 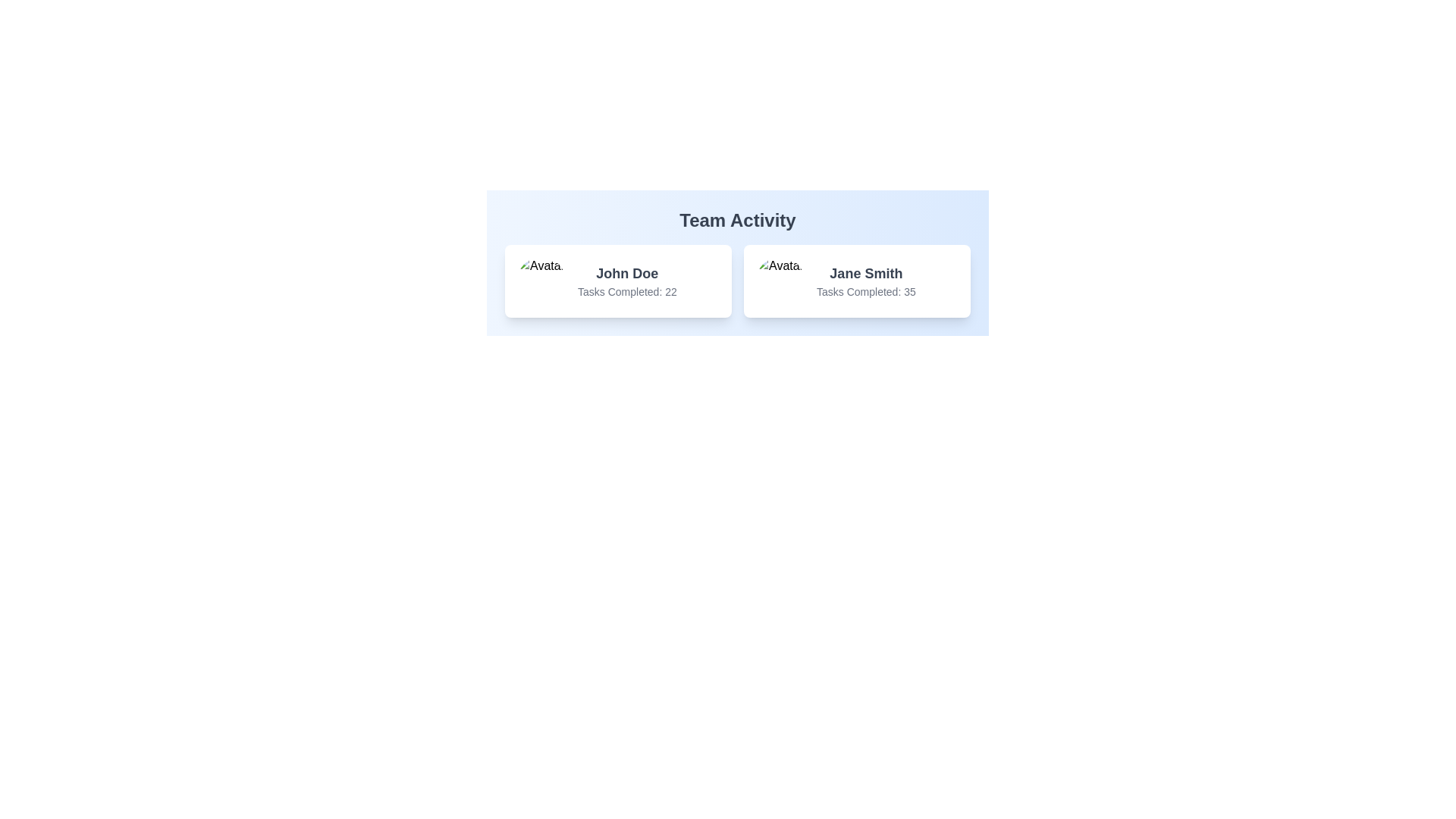 What do you see at coordinates (627, 274) in the screenshot?
I see `the text label displaying 'John Doe', which is located in the 'Team Activity' section of the left card, serving as a title for the associated user data` at bounding box center [627, 274].